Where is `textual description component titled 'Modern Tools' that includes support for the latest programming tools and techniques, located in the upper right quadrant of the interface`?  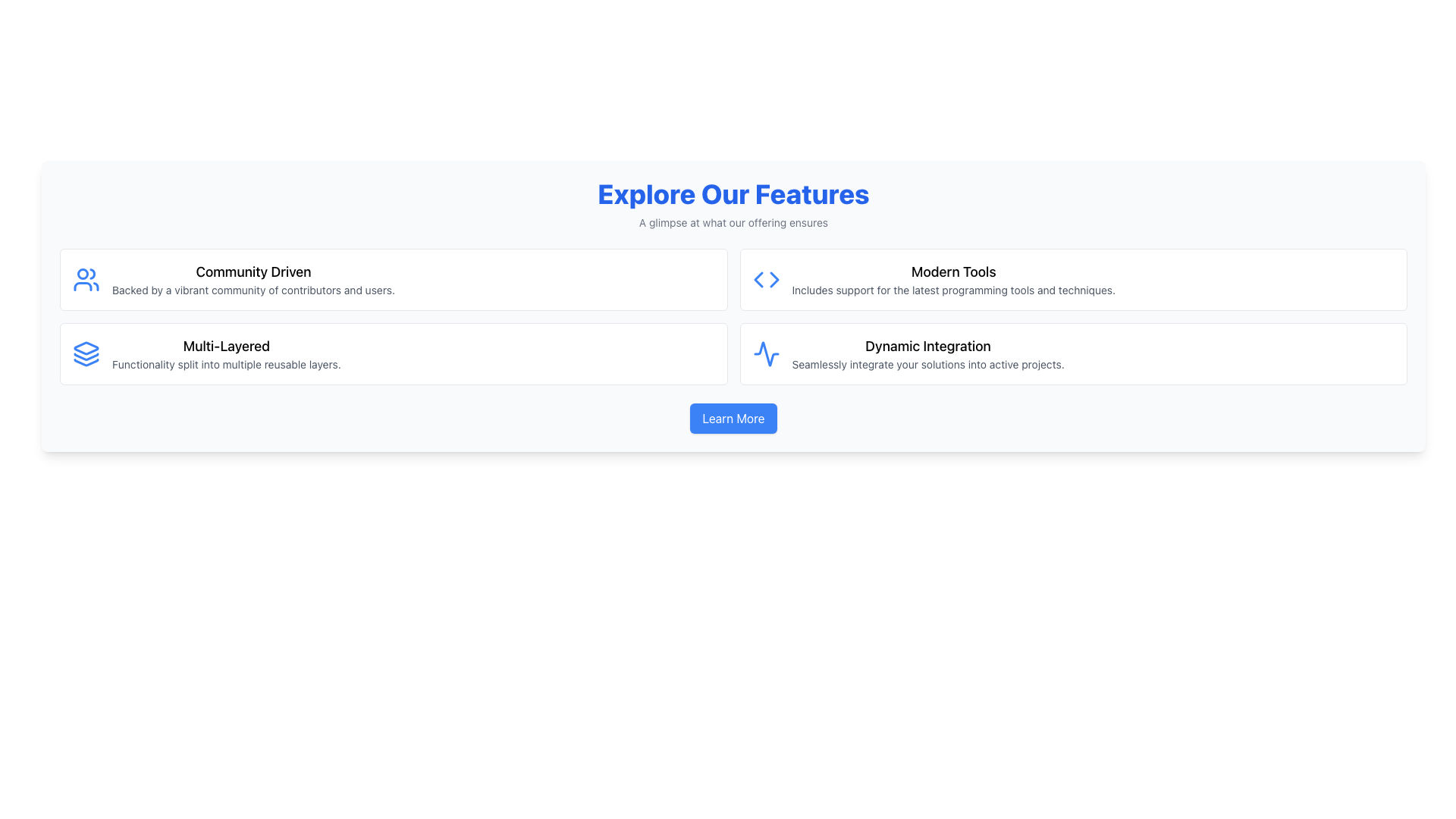
textual description component titled 'Modern Tools' that includes support for the latest programming tools and techniques, located in the upper right quadrant of the interface is located at coordinates (952, 280).